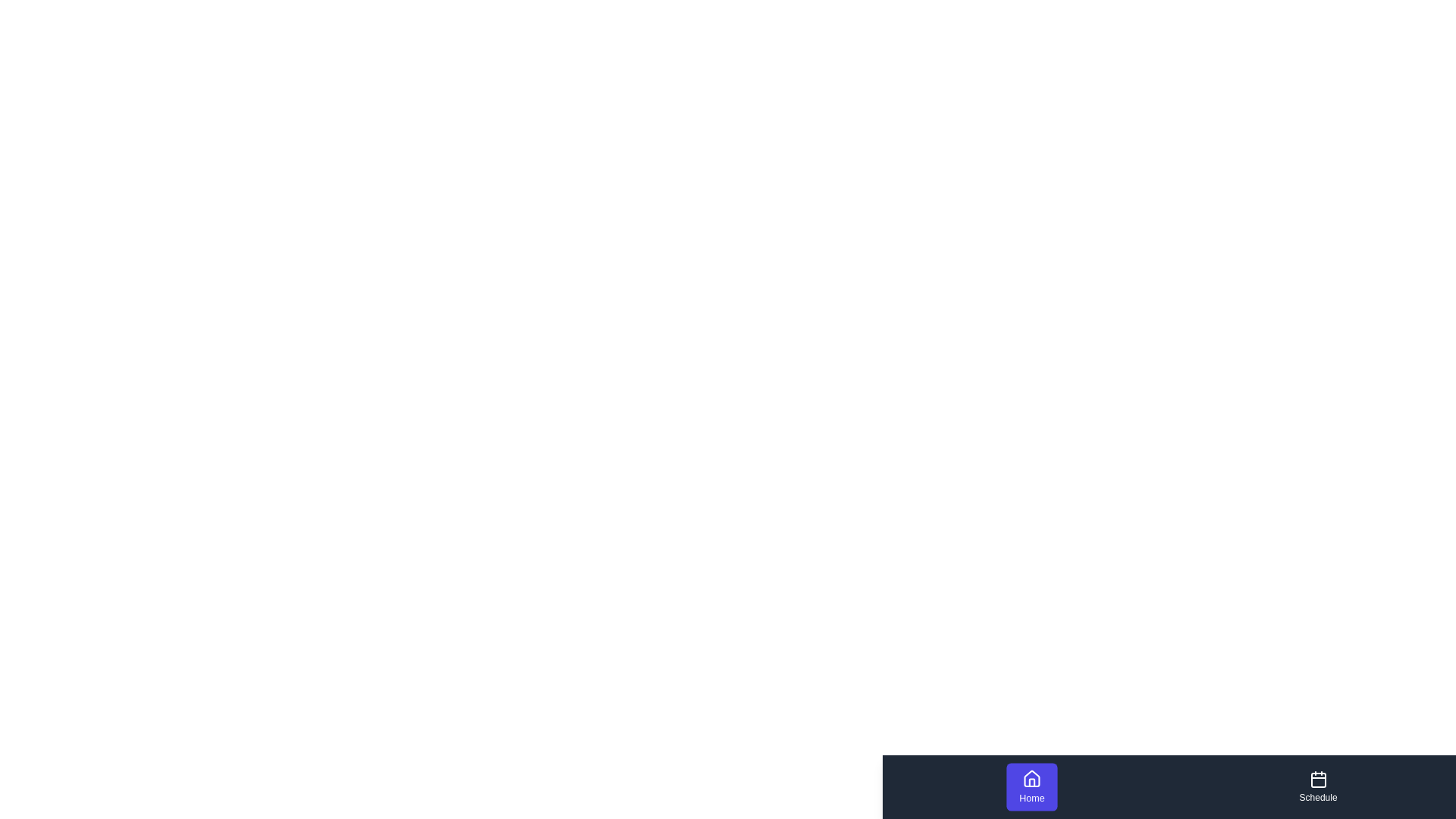  Describe the element at coordinates (1031, 786) in the screenshot. I see `the bottom navigation item for Home` at that location.